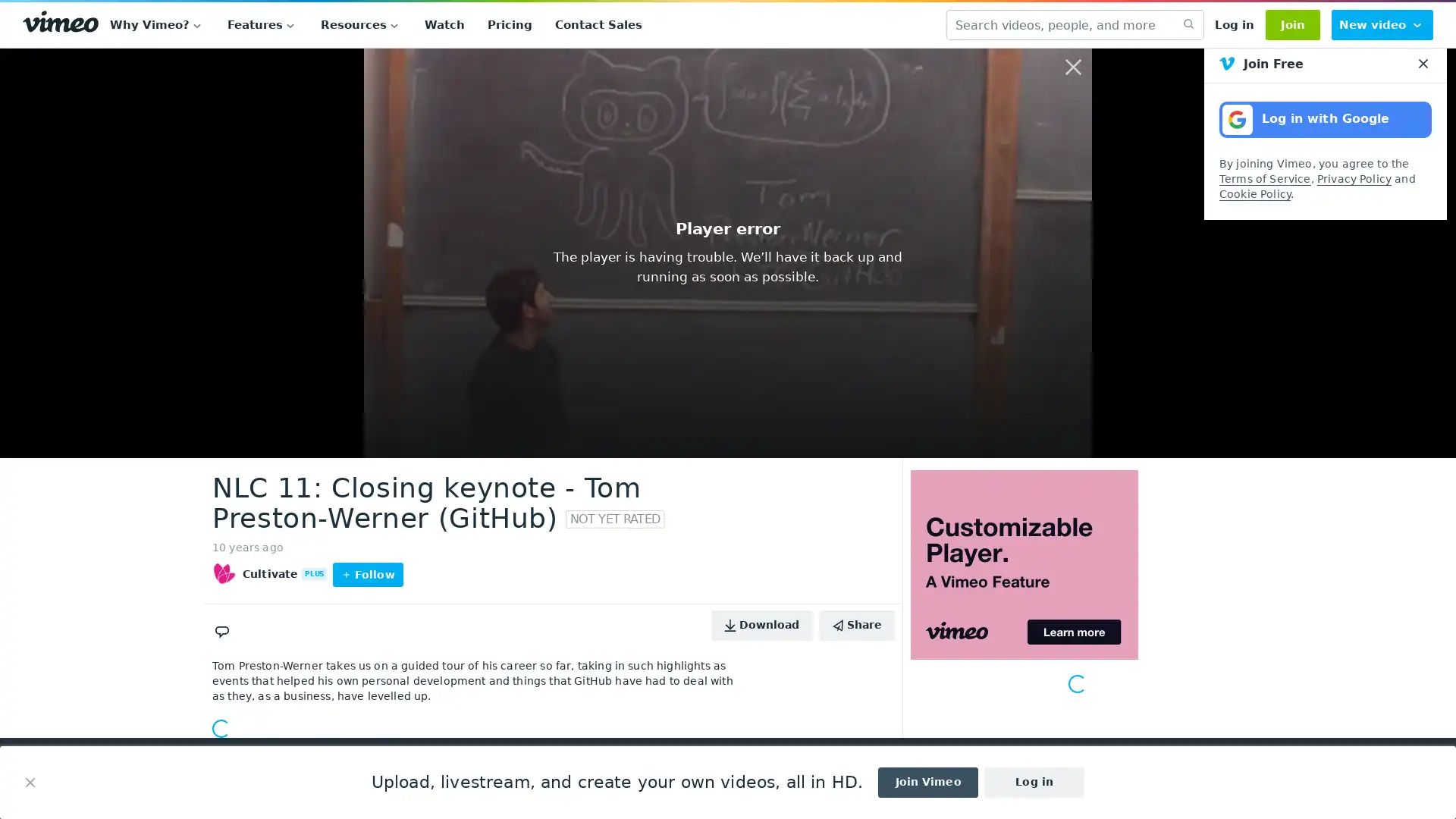  I want to click on Close overlay, so click(1072, 67).